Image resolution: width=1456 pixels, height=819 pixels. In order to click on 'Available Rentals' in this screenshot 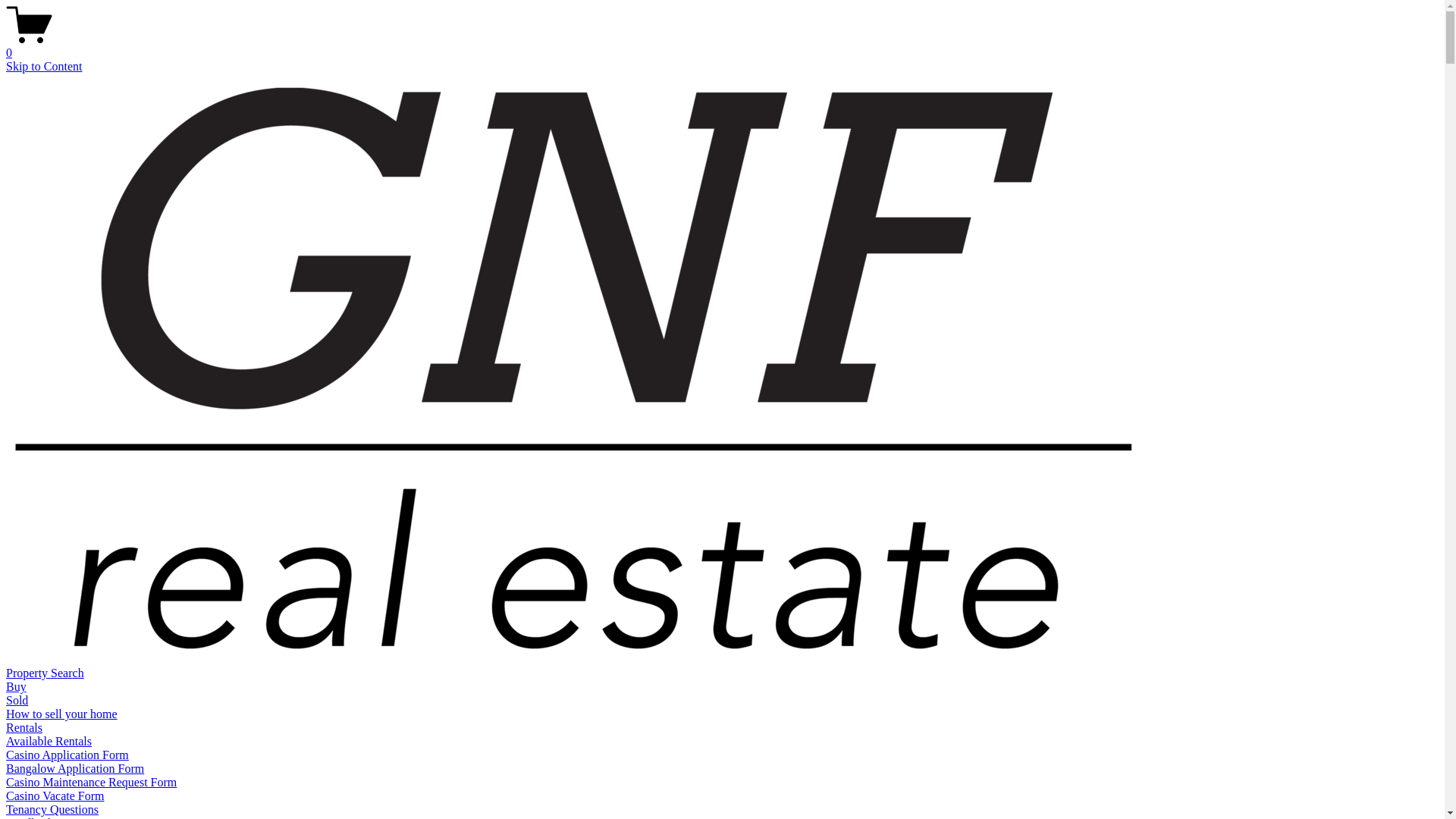, I will do `click(6, 740)`.